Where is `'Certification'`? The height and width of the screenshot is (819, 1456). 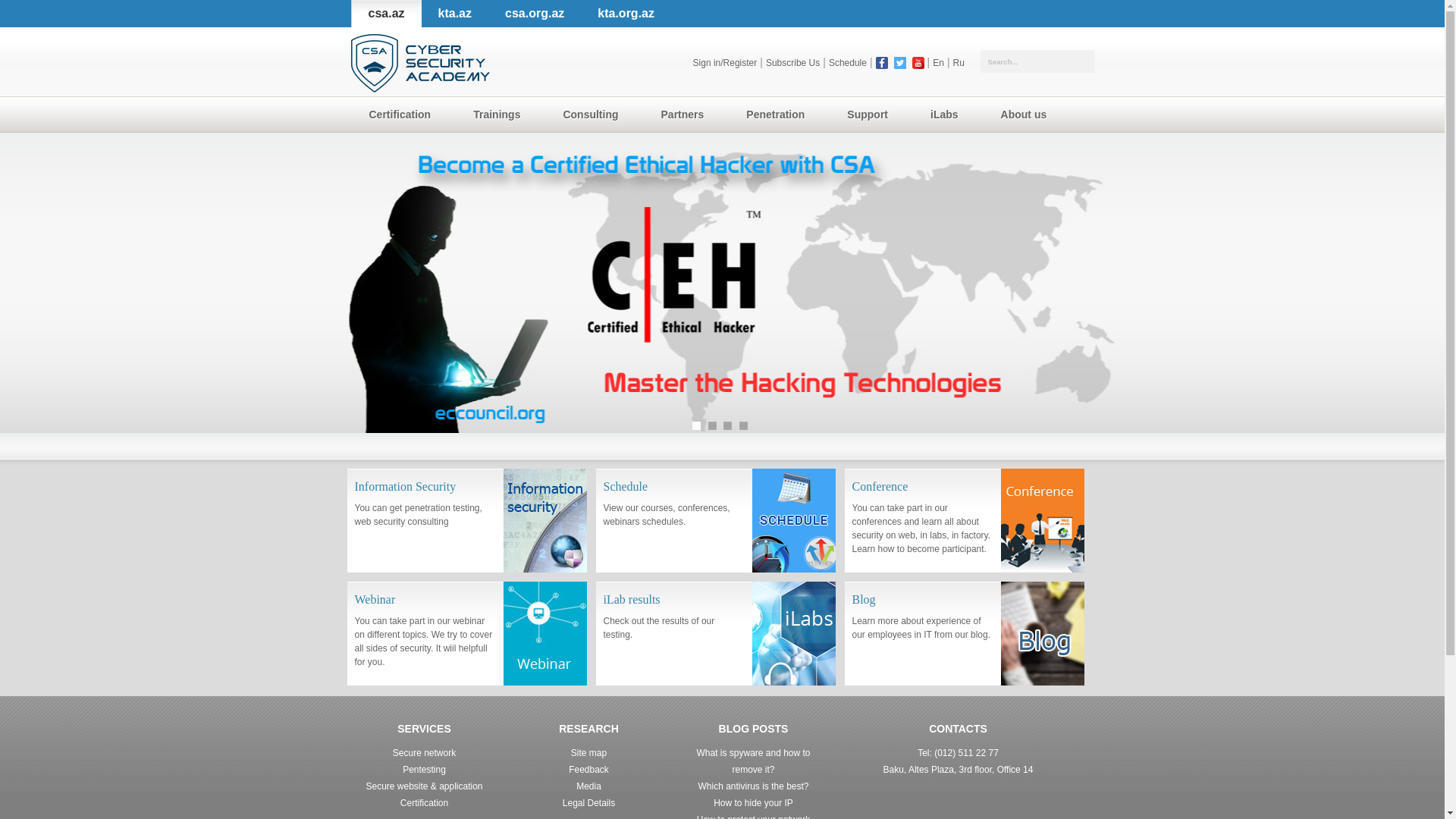 'Certification' is located at coordinates (403, 114).